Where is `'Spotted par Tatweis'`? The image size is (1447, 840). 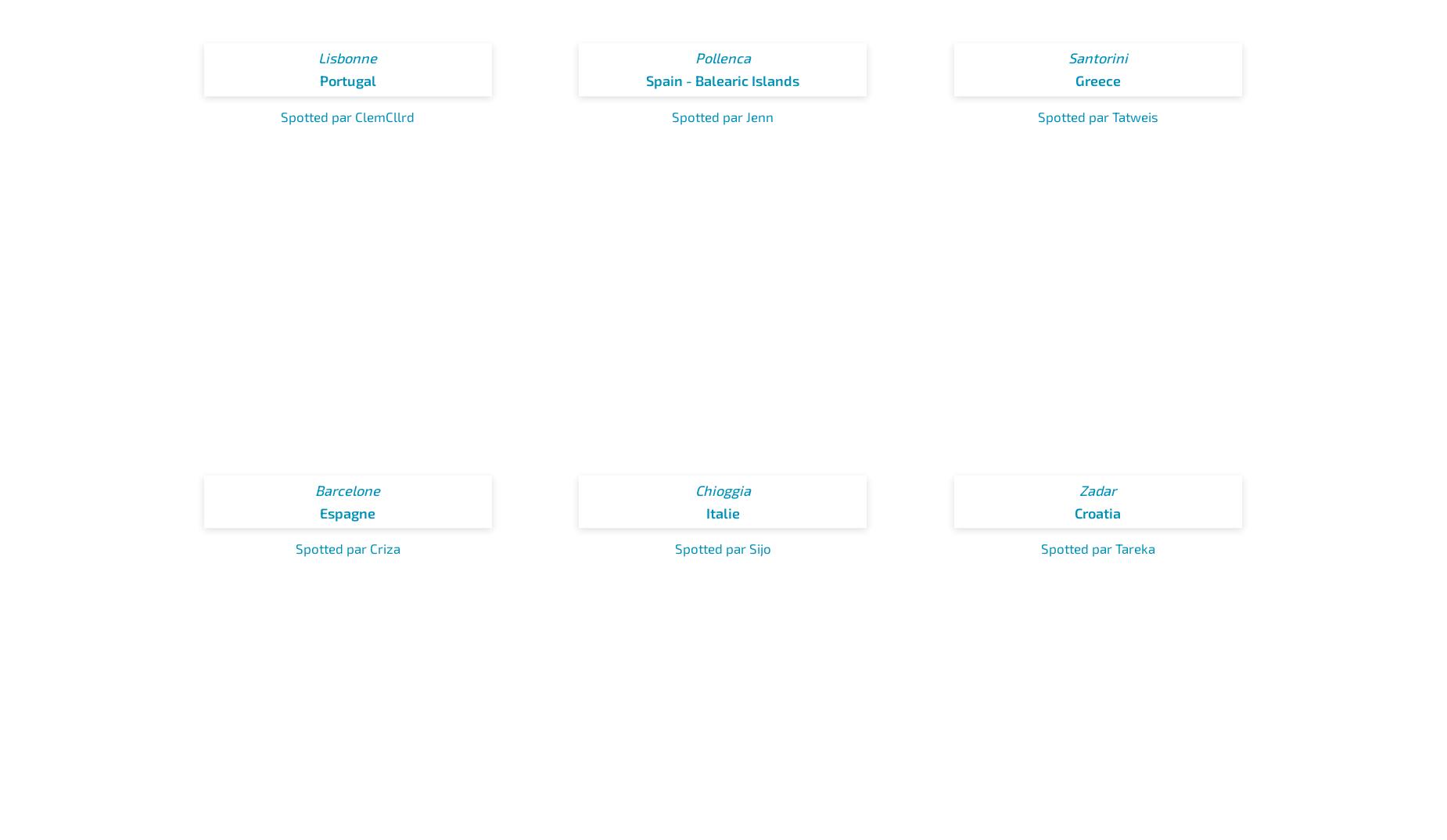
'Spotted par Tatweis' is located at coordinates (1097, 114).